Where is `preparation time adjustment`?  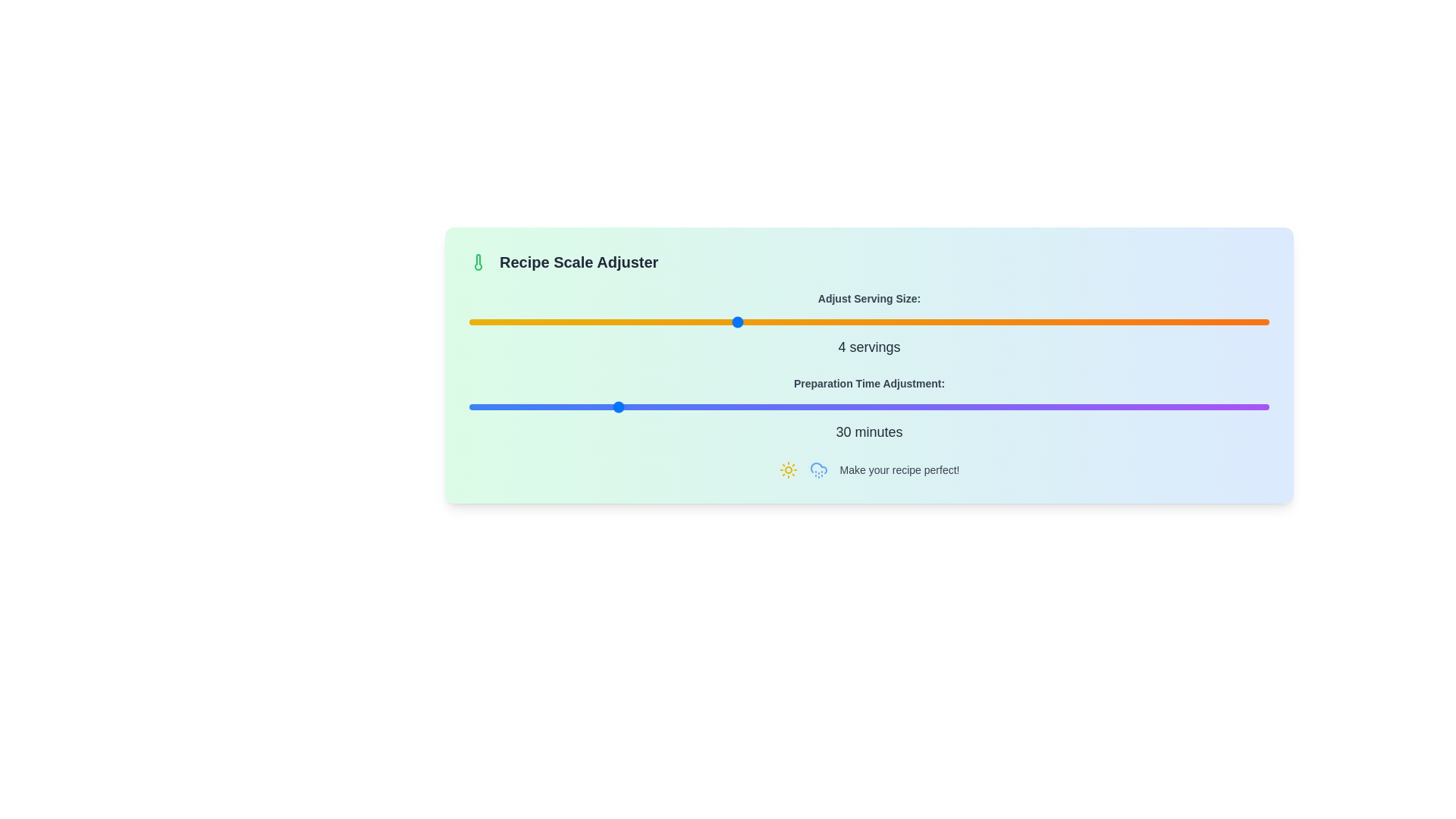 preparation time adjustment is located at coordinates (927, 406).